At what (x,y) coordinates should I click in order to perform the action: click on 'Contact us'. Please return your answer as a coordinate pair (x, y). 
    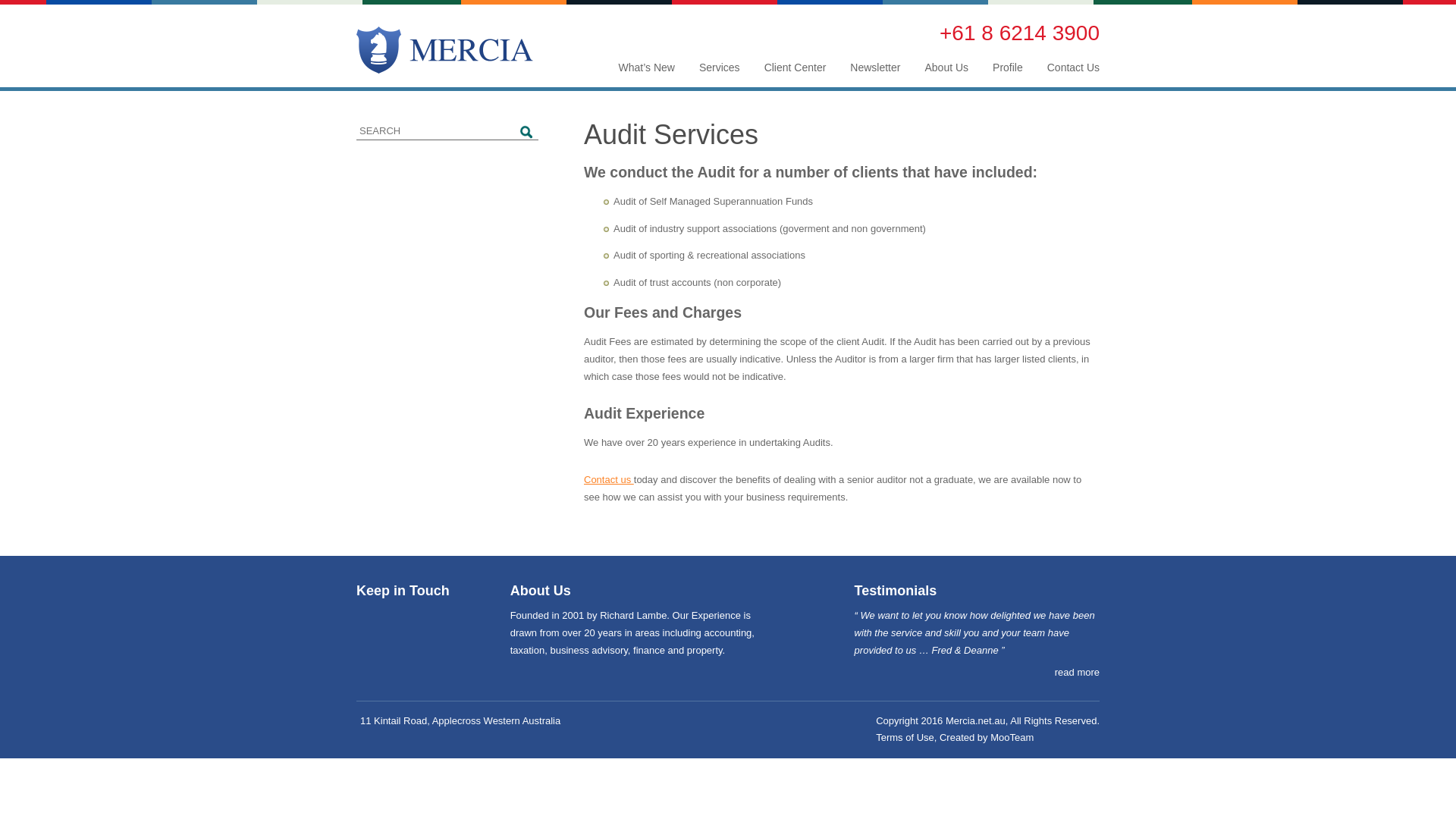
    Looking at the image, I should click on (608, 479).